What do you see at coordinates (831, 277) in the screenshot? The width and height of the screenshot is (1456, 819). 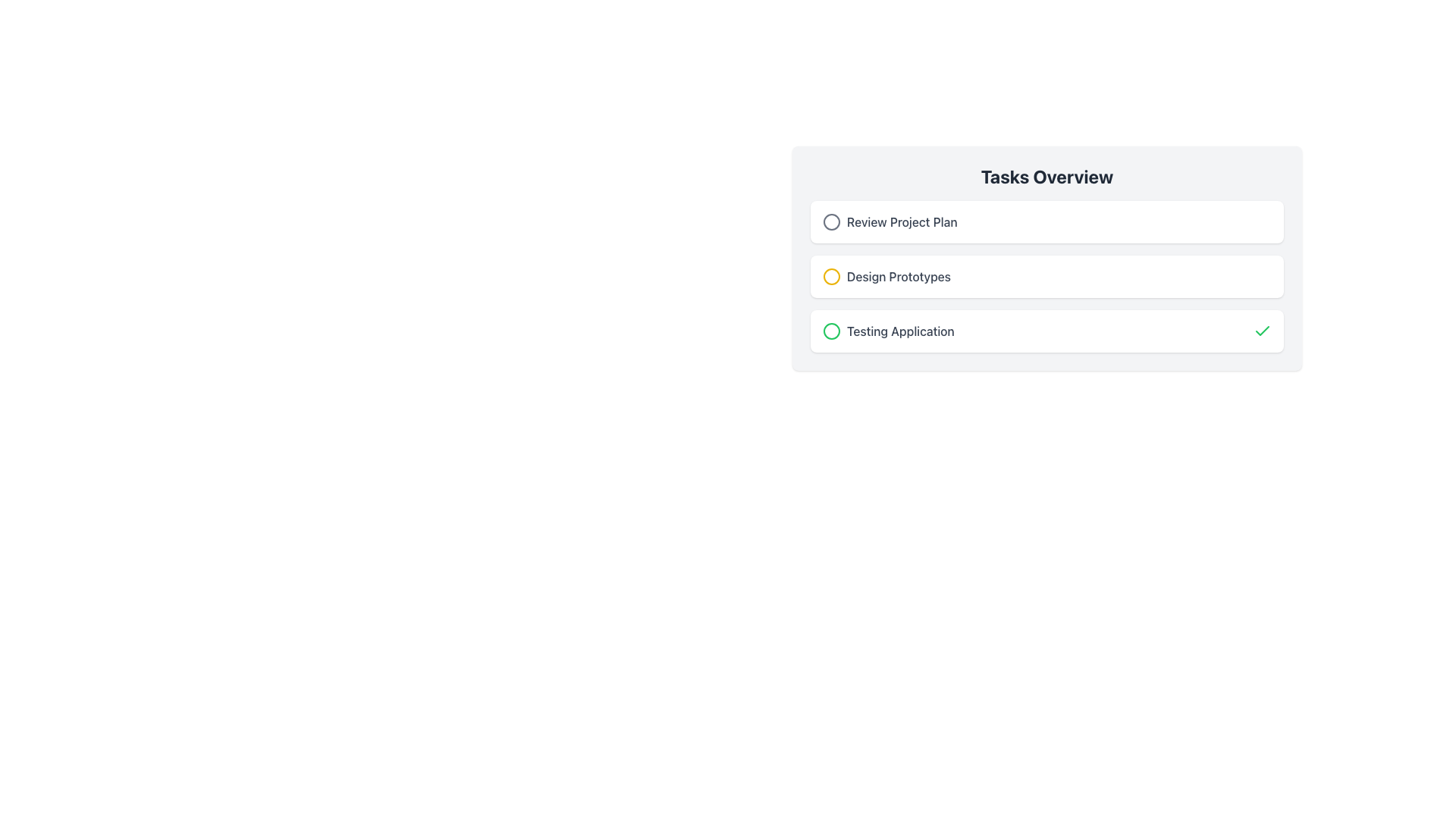 I see `the Circular Marker element with a yellow border located next to the 'Design Prototypes' task in the 'Tasks Overview' list` at bounding box center [831, 277].